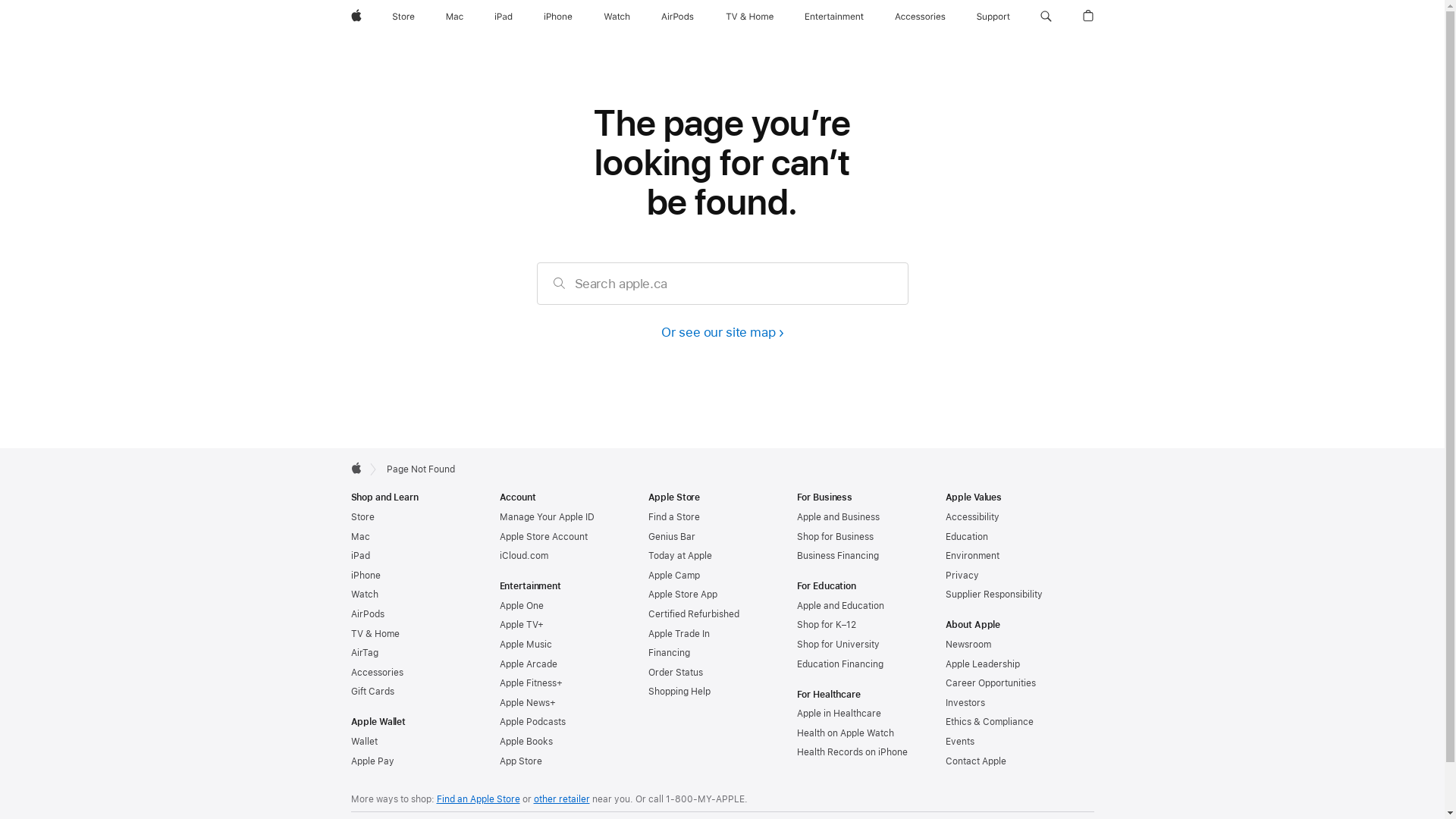 The width and height of the screenshot is (1456, 819). Describe the element at coordinates (692, 614) in the screenshot. I see `'Certified Refurbished'` at that location.